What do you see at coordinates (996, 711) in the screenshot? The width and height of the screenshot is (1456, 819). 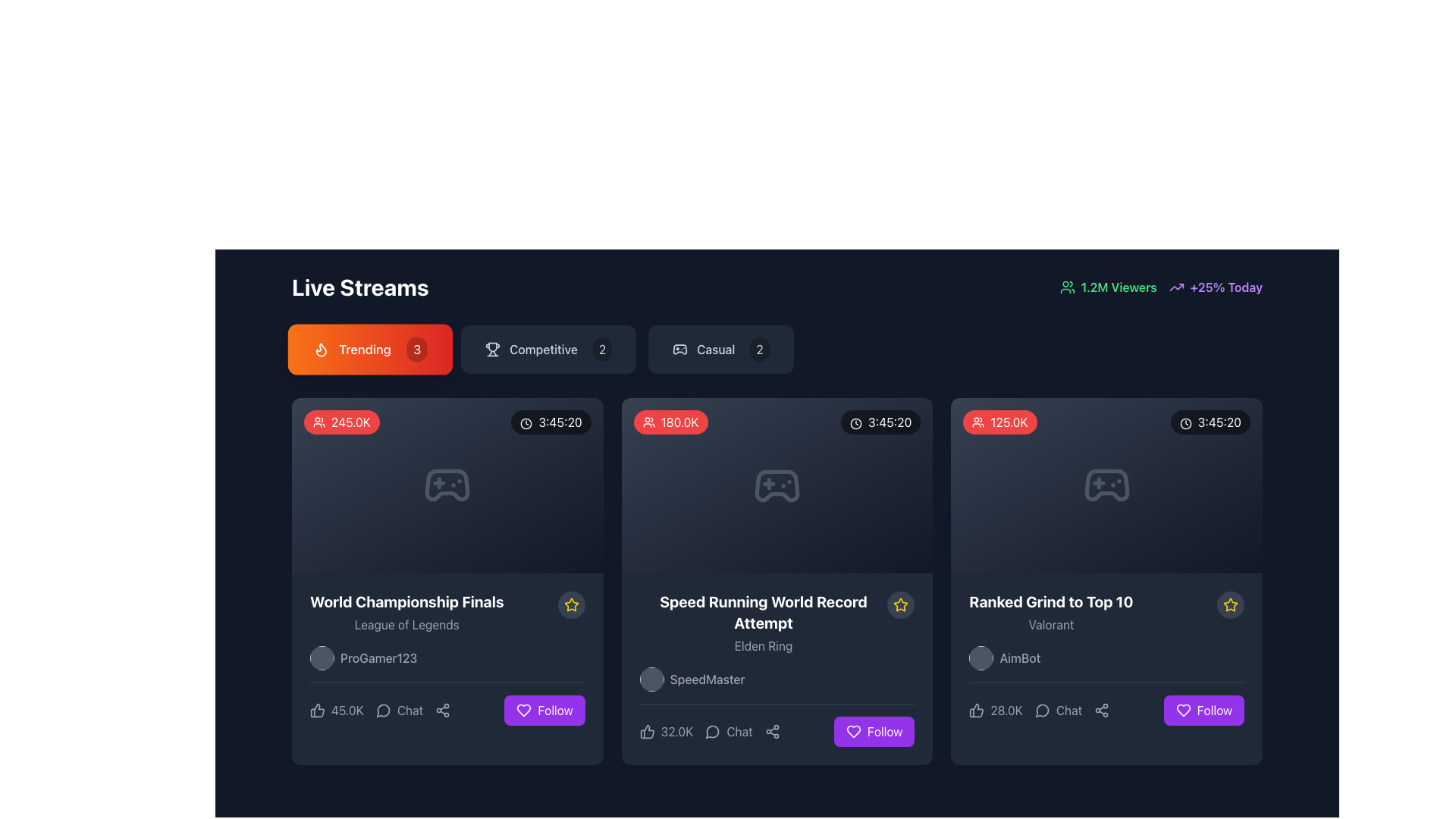 I see `the likes button located in the bottom-left section of the 'Ranked Grind to Top 10' card` at bounding box center [996, 711].